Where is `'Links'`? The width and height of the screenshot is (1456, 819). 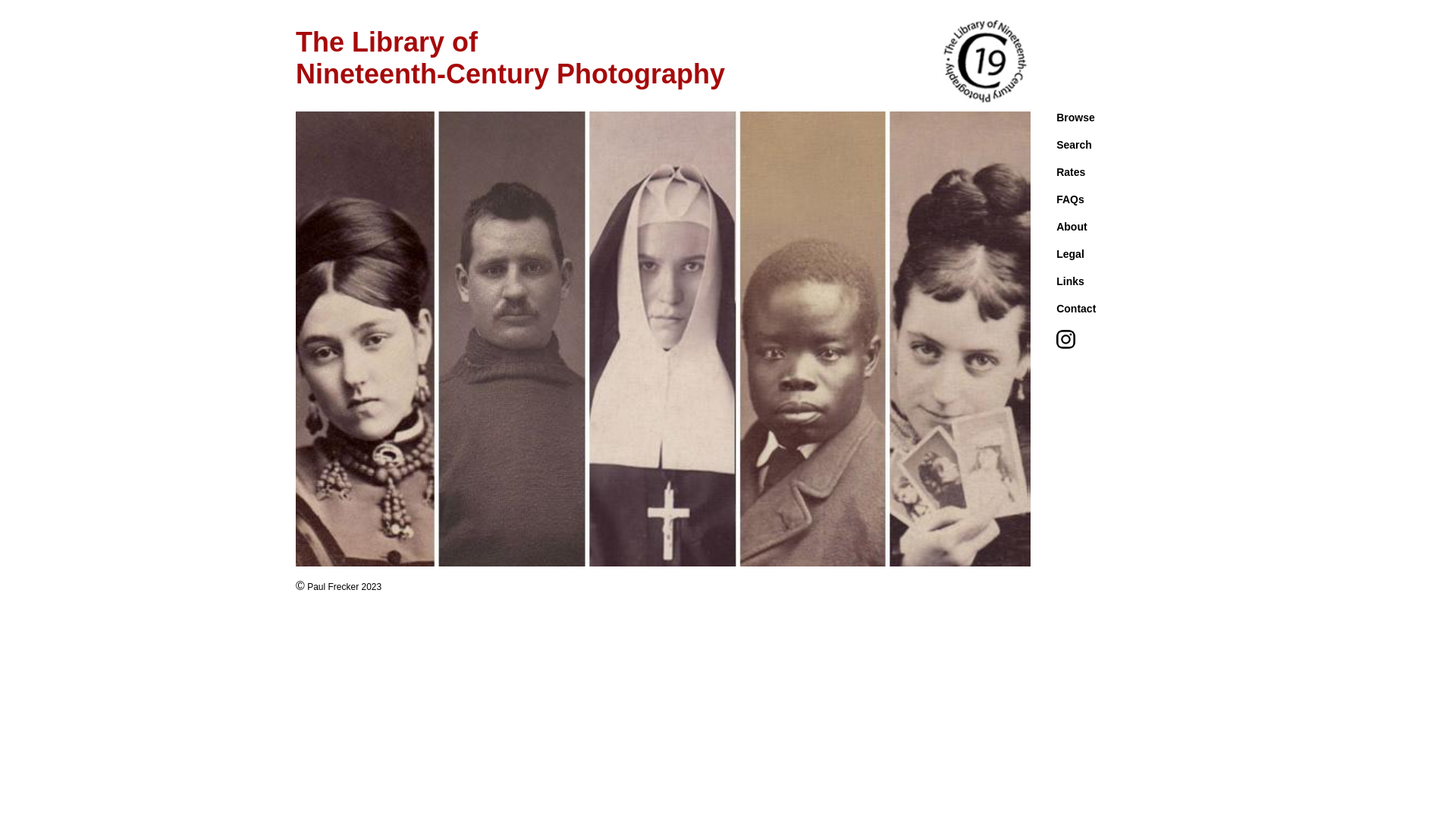
'Links' is located at coordinates (1069, 281).